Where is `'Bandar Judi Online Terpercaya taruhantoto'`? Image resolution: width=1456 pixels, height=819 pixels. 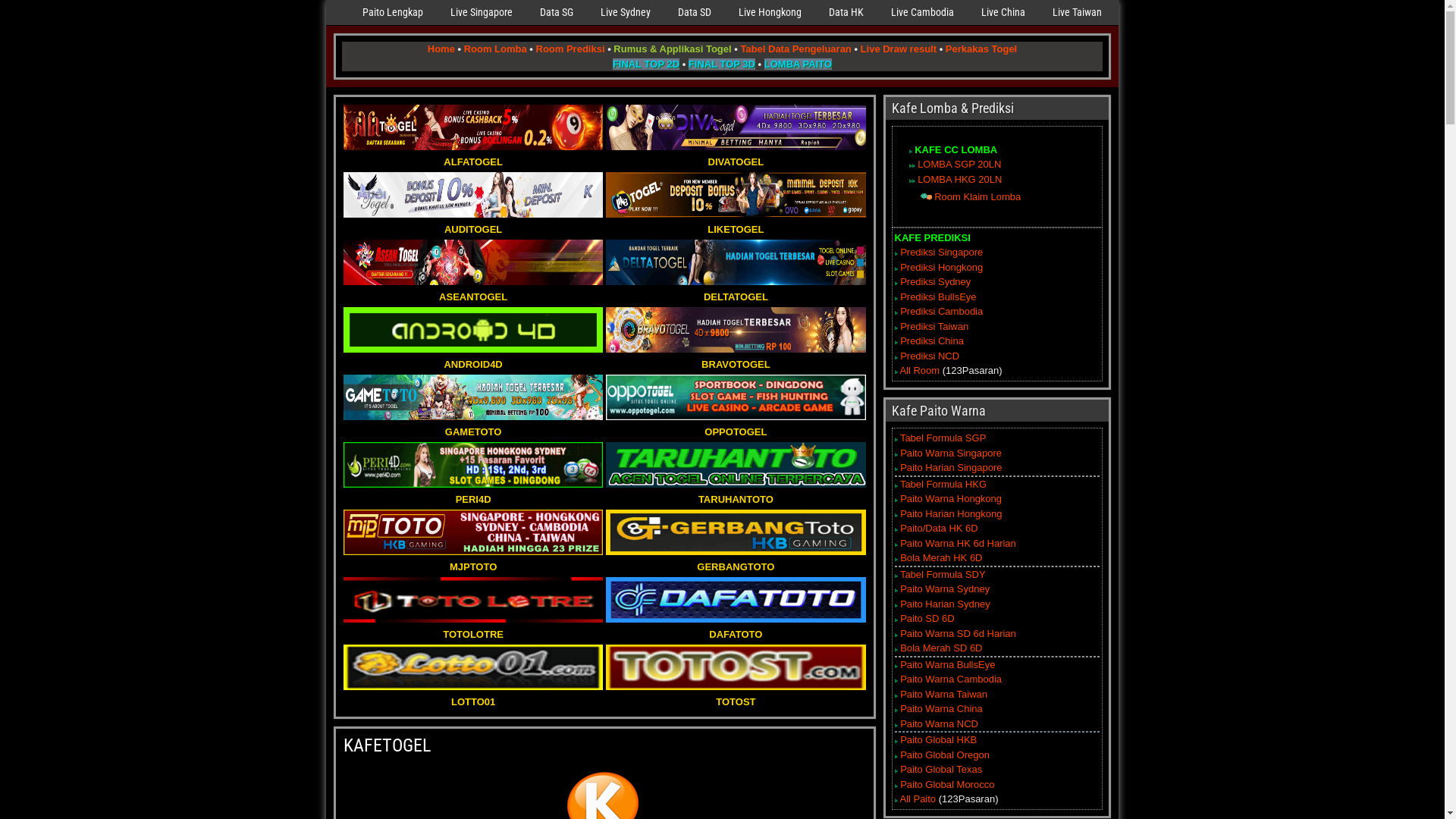 'Bandar Judi Online Terpercaya taruhantoto' is located at coordinates (735, 464).